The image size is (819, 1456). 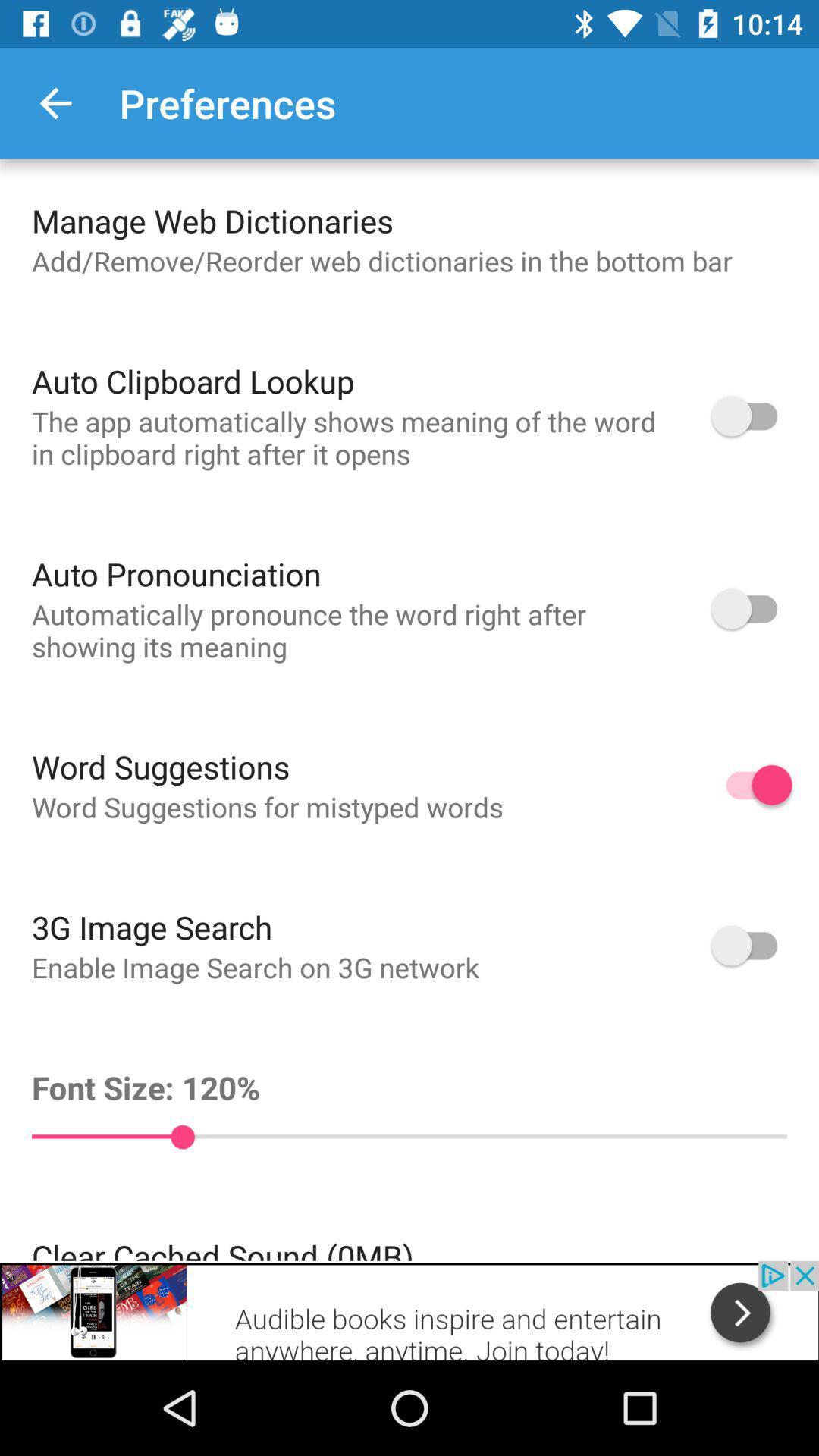 I want to click on details about advertisement, so click(x=409, y=1310).